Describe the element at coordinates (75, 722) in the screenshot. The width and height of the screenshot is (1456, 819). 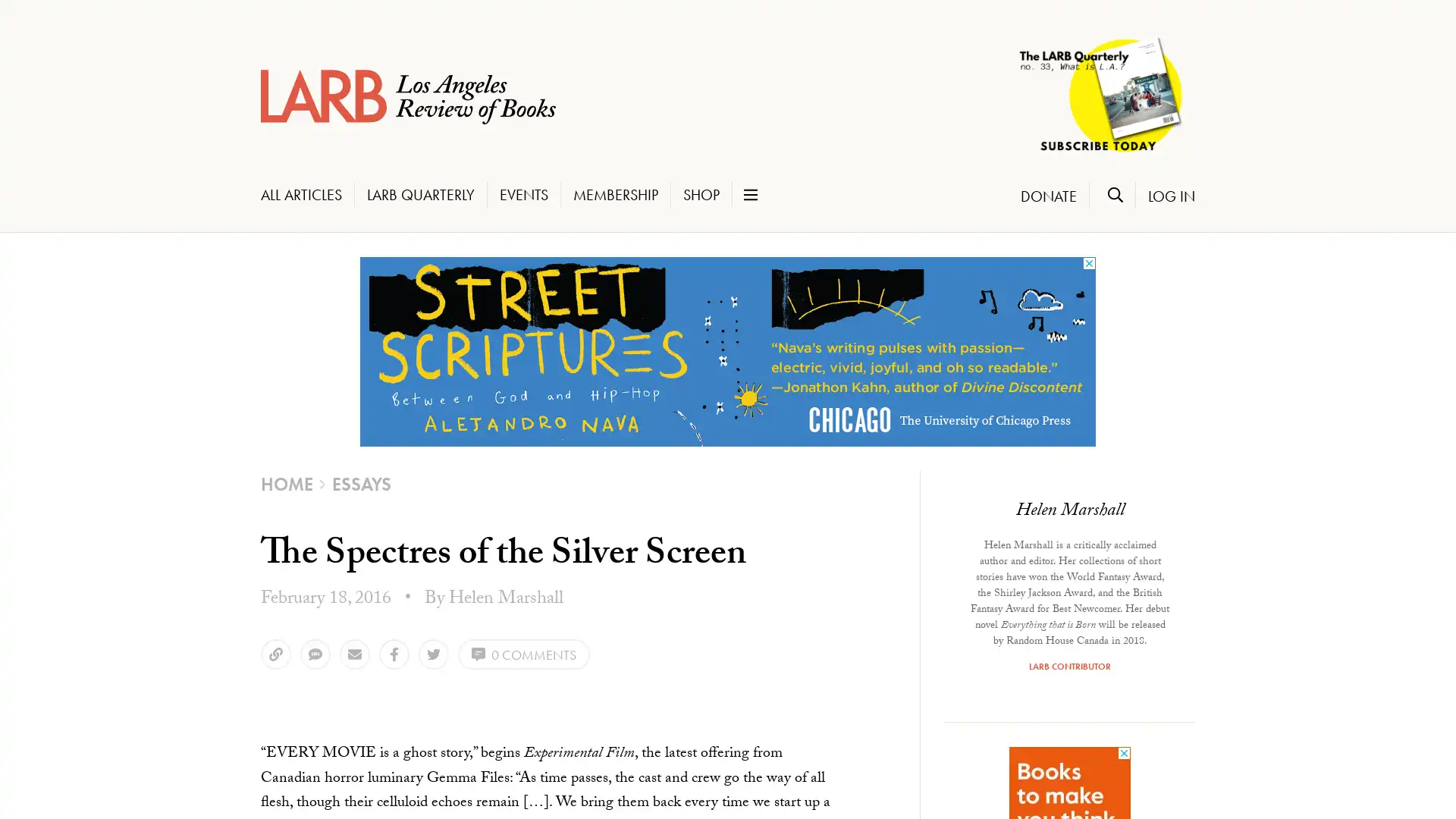
I see `Sign Up` at that location.